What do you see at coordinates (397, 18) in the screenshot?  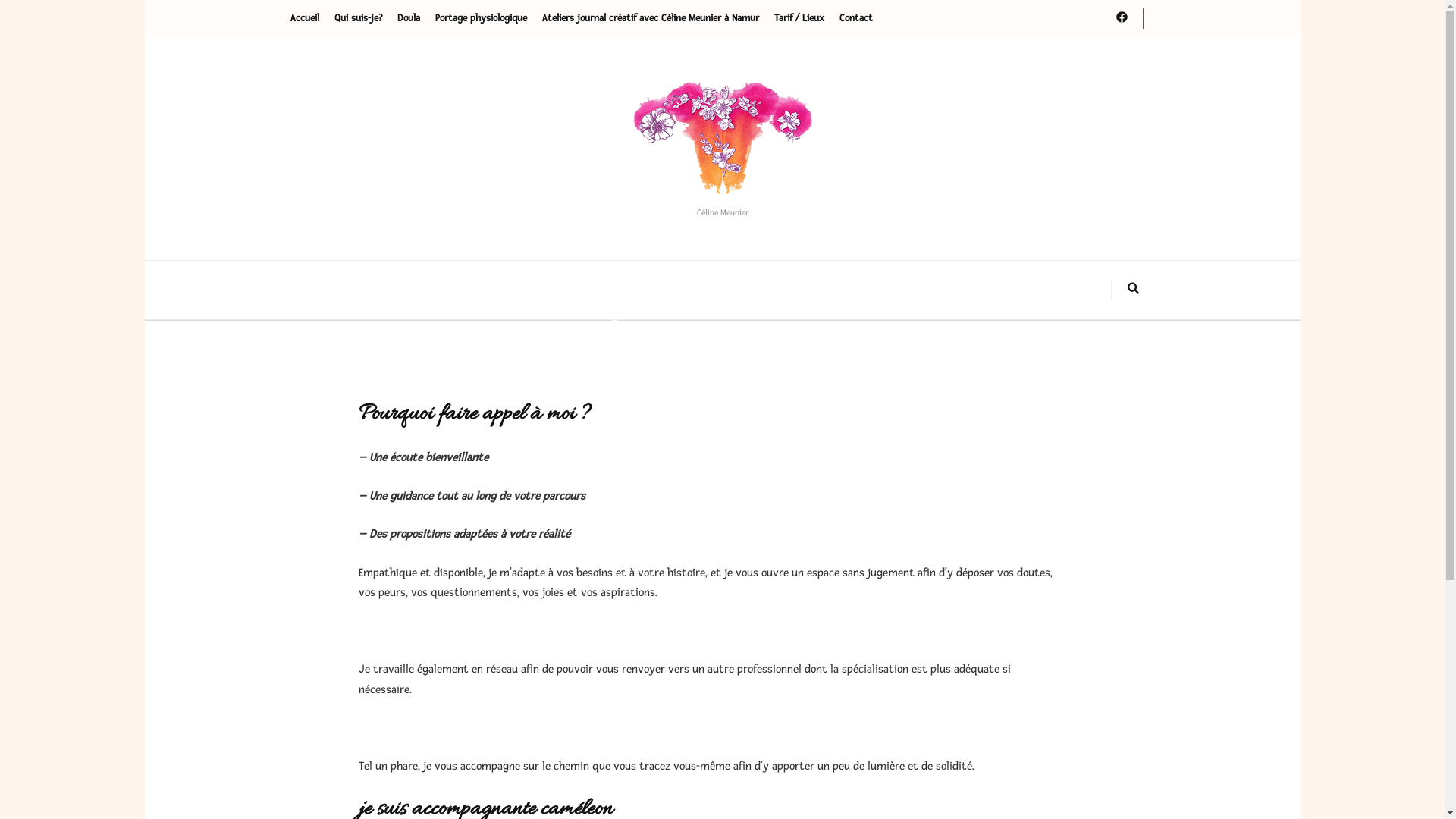 I see `'Doula'` at bounding box center [397, 18].